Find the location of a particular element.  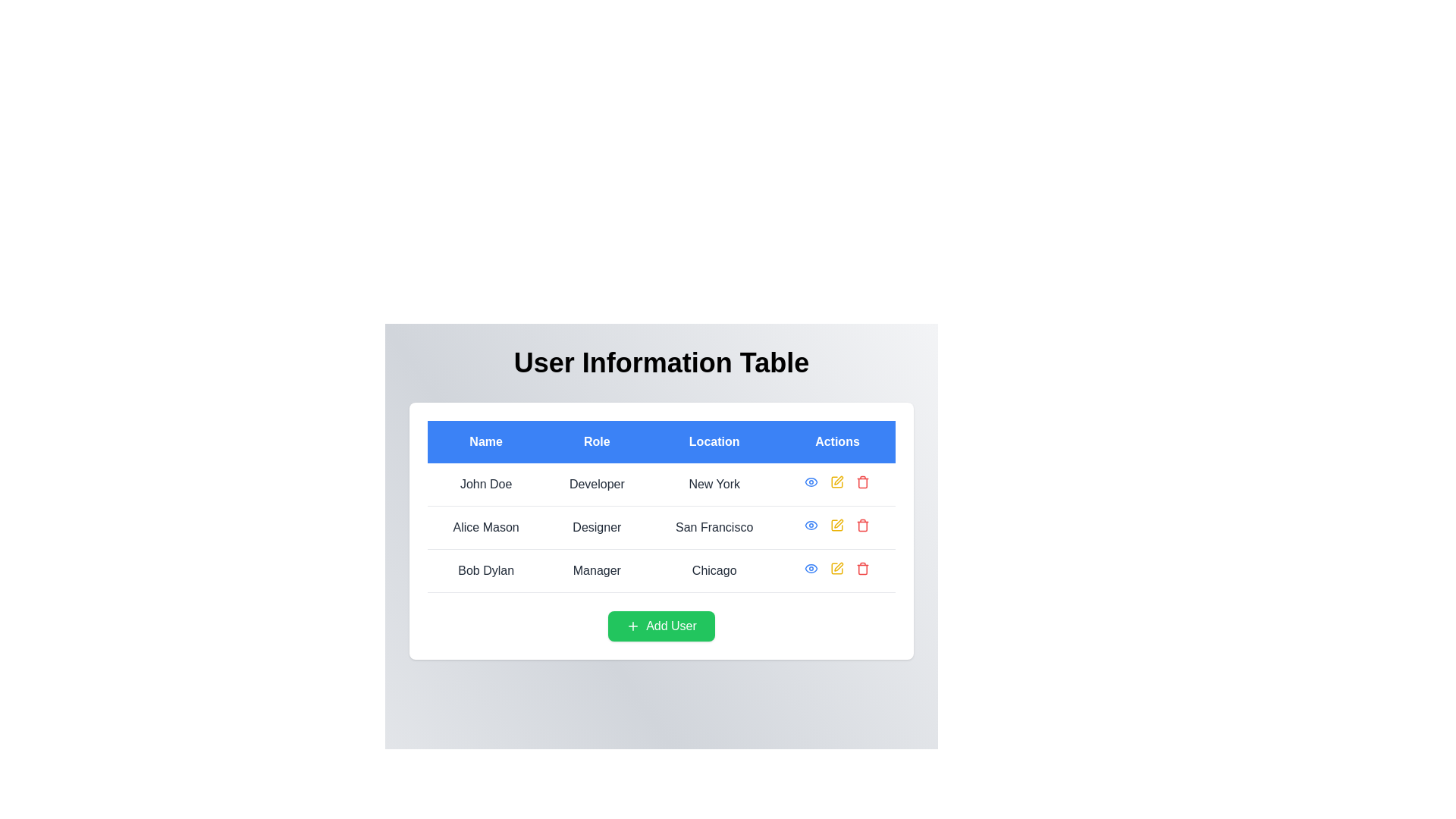

the eye icon located in the 'Actions' column of the 'Manager' row to visualize associated data is located at coordinates (811, 568).